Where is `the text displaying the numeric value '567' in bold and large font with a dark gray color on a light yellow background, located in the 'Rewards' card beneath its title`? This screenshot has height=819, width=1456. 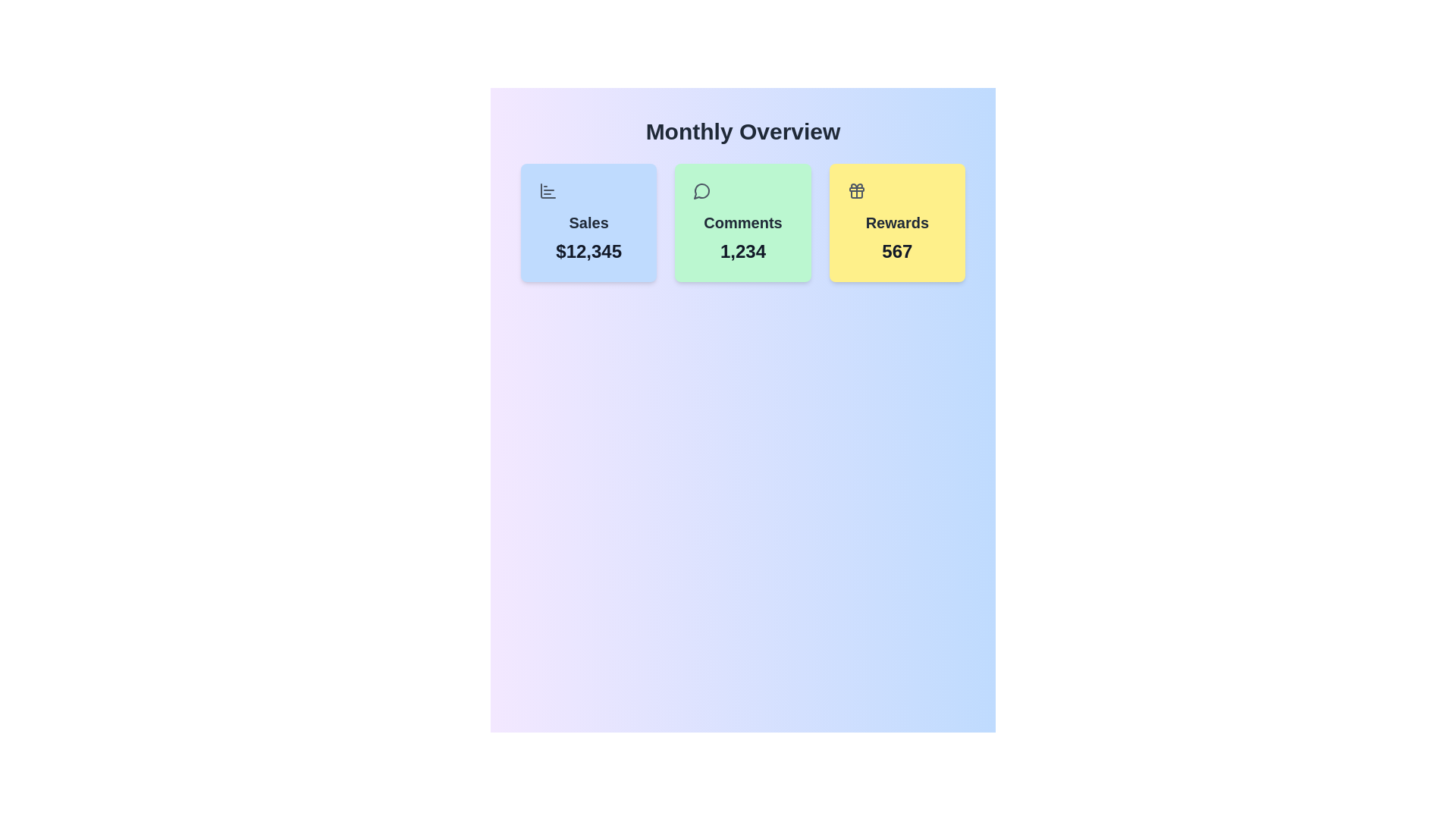
the text displaying the numeric value '567' in bold and large font with a dark gray color on a light yellow background, located in the 'Rewards' card beneath its title is located at coordinates (897, 250).